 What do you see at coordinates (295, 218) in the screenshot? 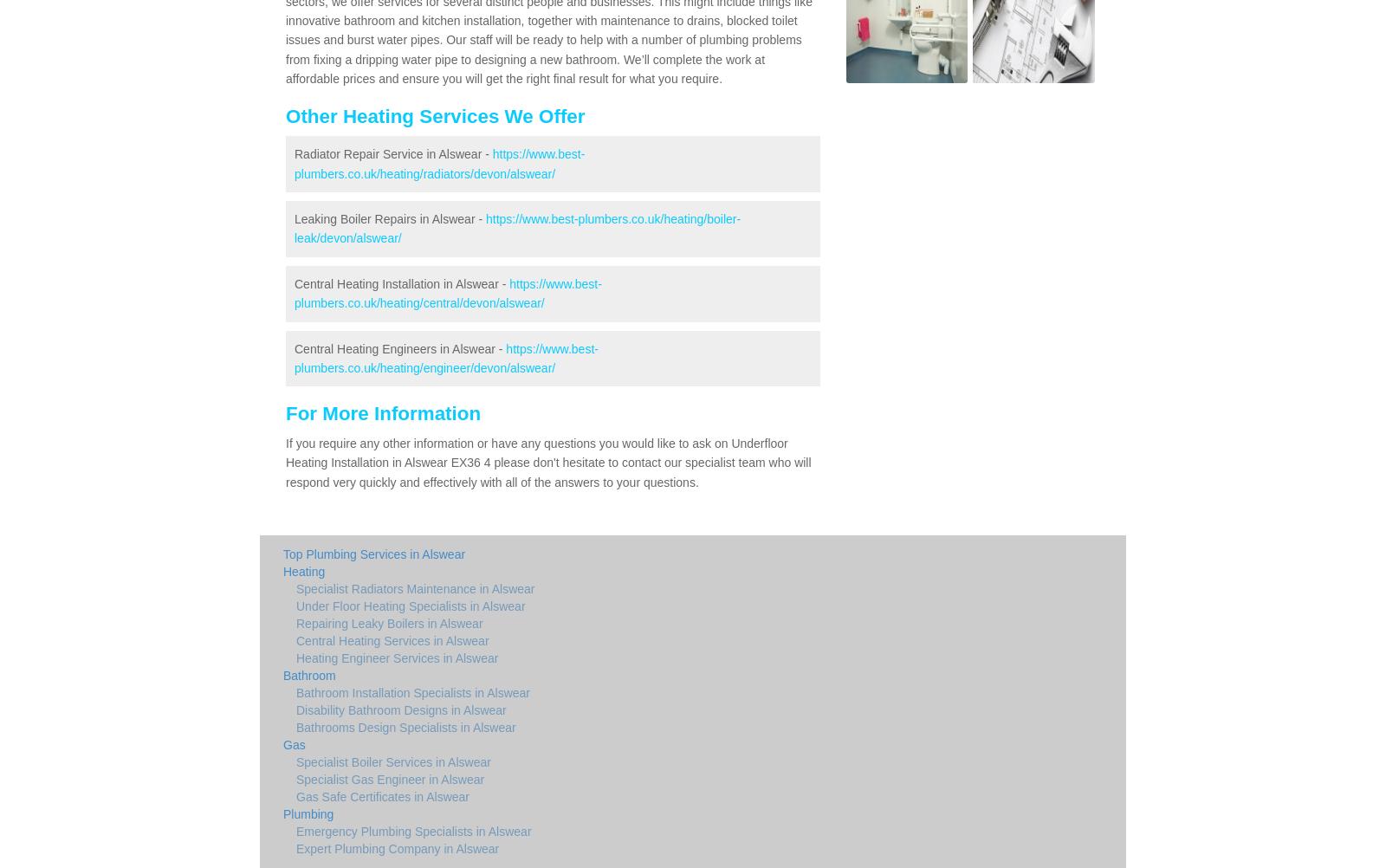
I see `'Leaking Boiler Repairs in Alswear -'` at bounding box center [295, 218].